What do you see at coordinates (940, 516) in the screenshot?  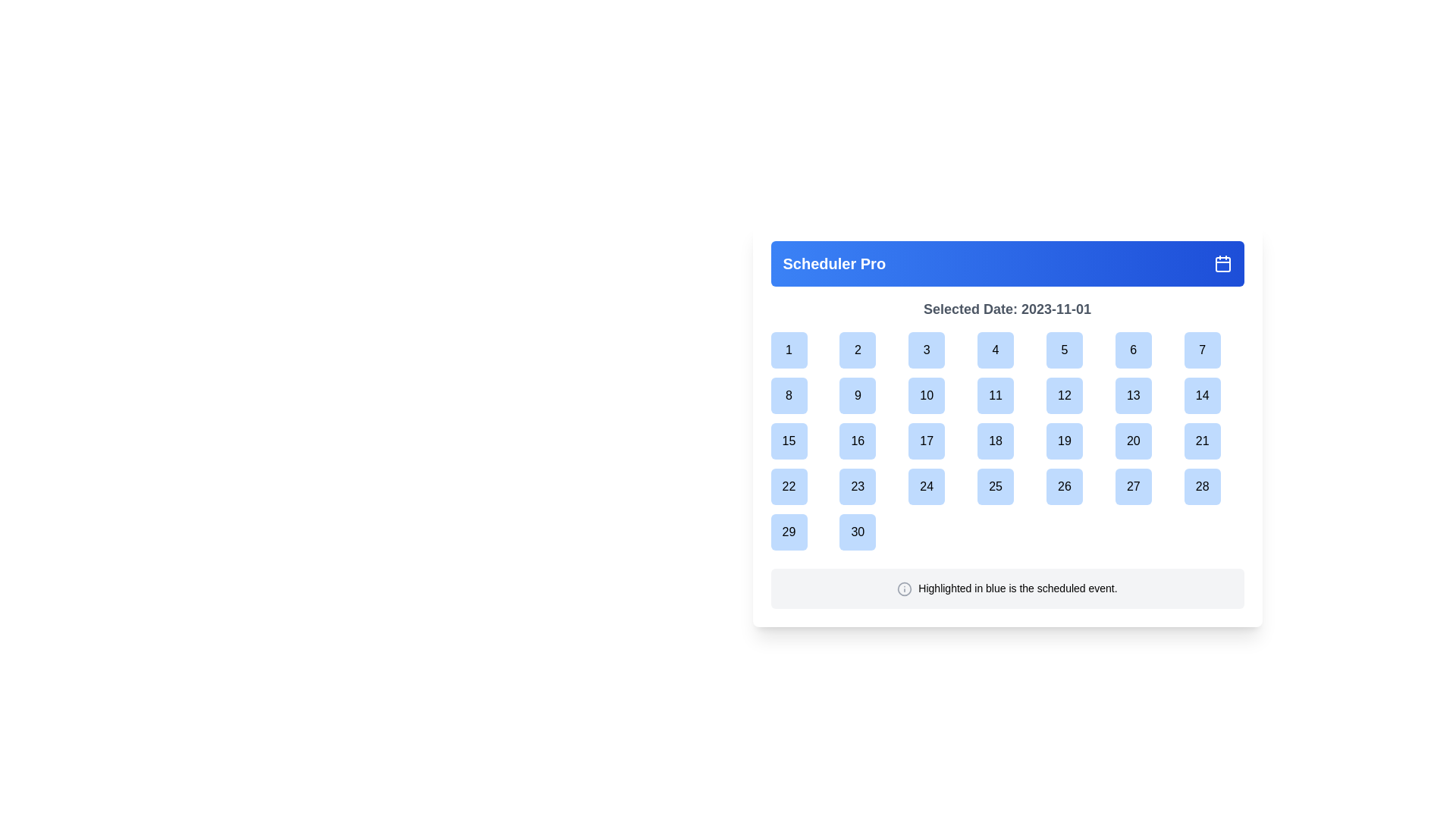 I see `the tooltip labeled 'No Event', which is displayed below the calendar day '24' in the calendar grid` at bounding box center [940, 516].